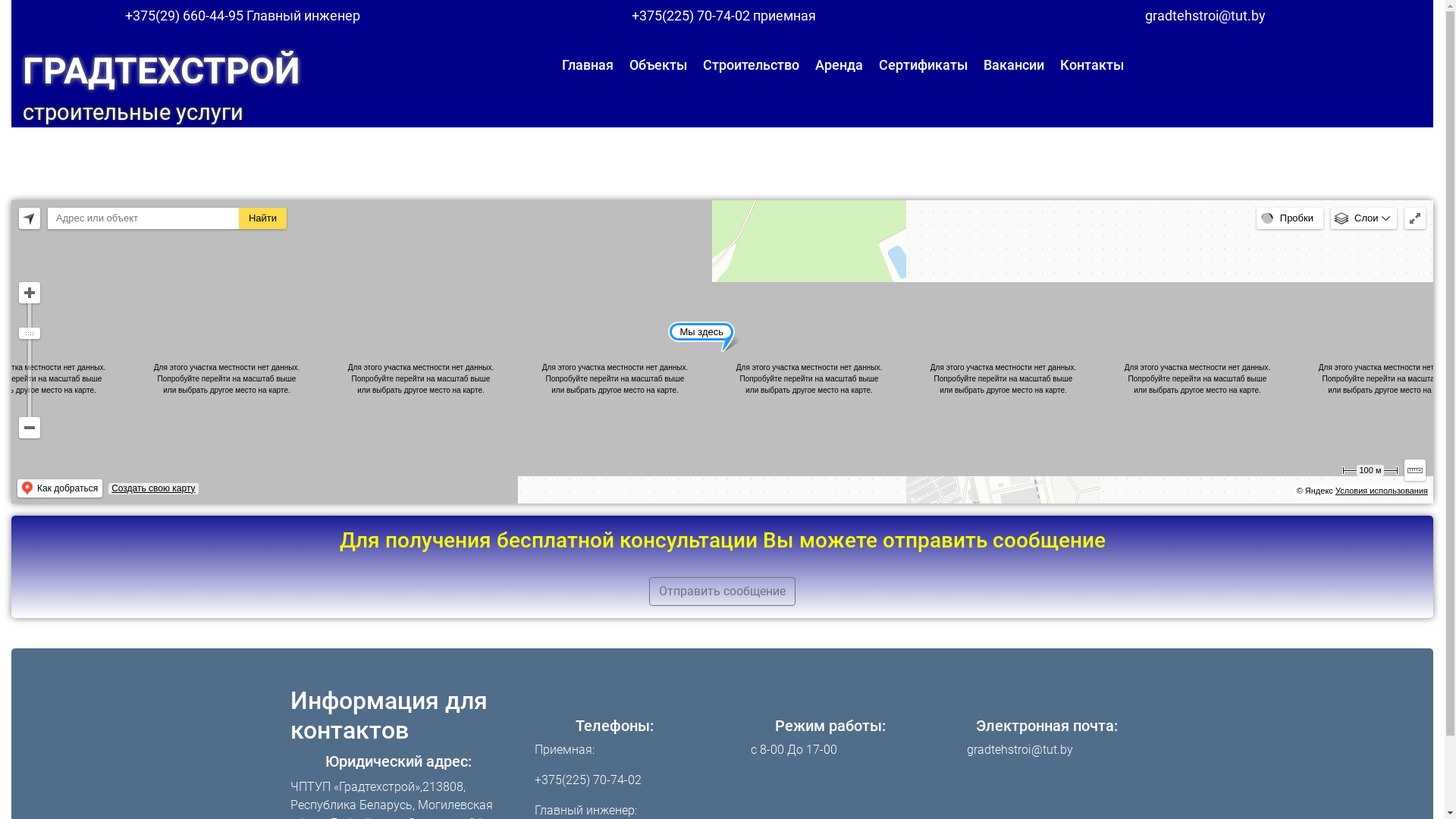 This screenshot has height=819, width=1456. I want to click on 'gradtehstroi@tut.by', so click(1145, 15).